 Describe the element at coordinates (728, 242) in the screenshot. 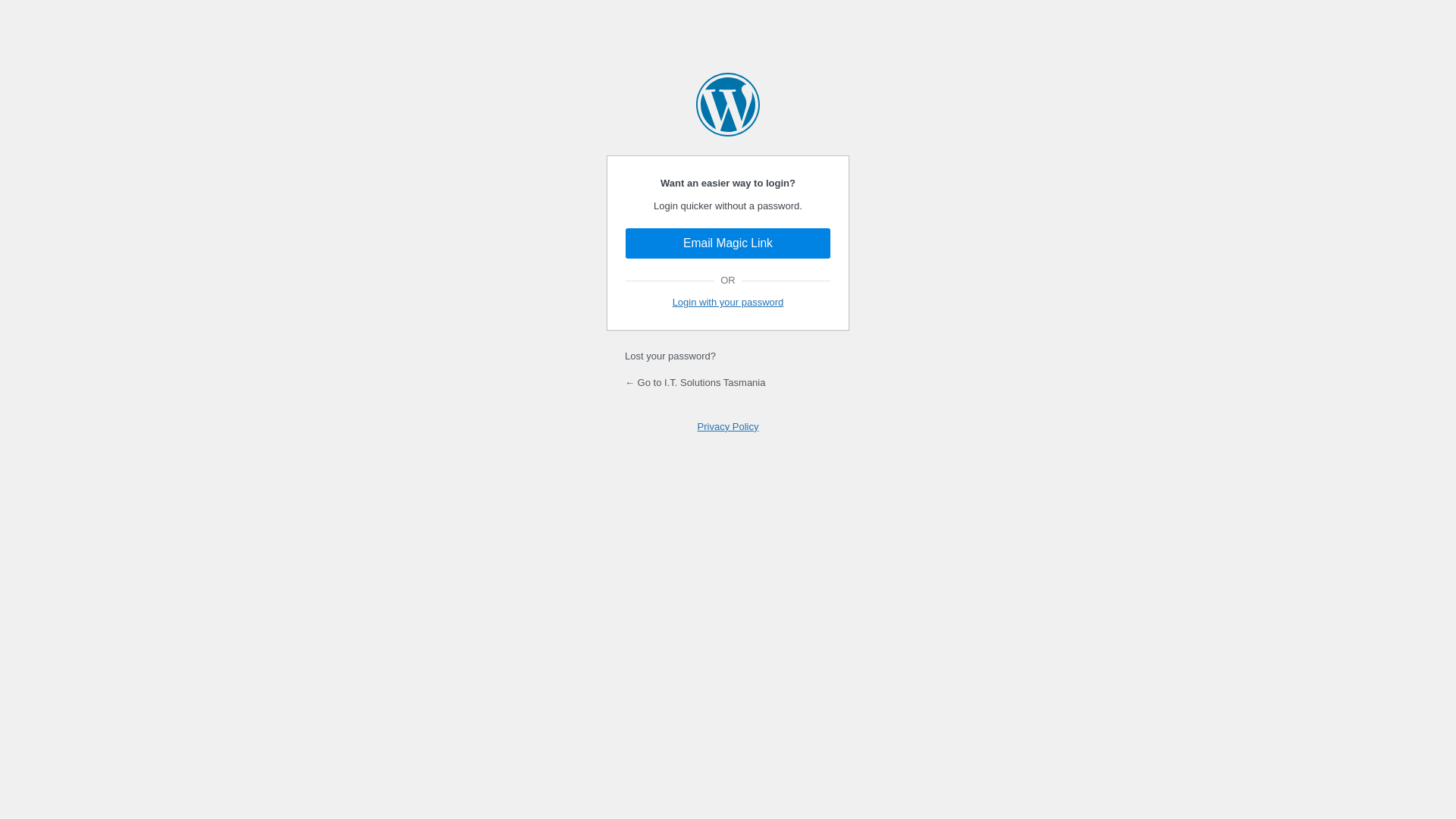

I see `'Email Magic Link'` at that location.